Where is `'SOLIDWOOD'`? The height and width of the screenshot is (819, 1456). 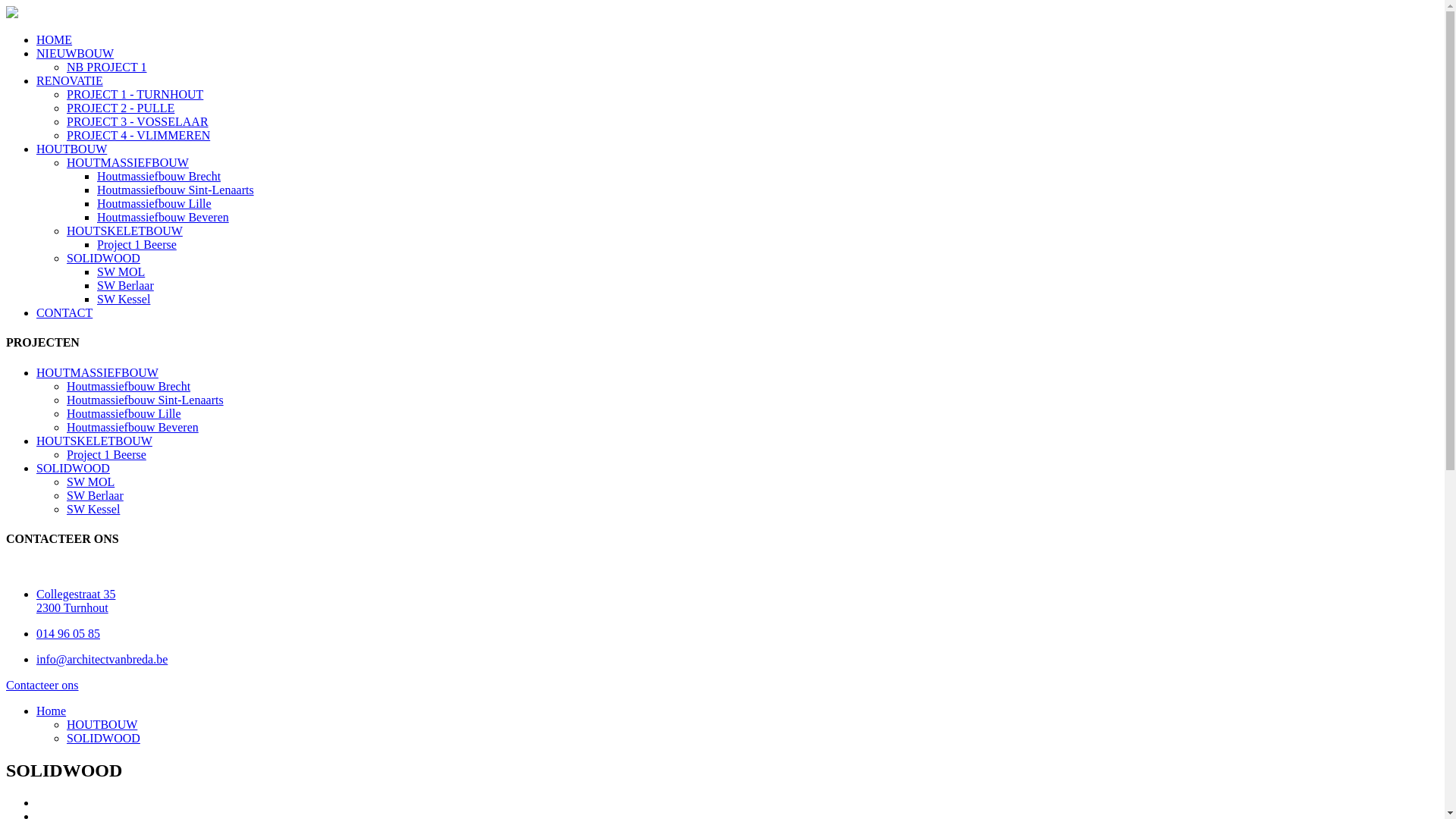 'SOLIDWOOD' is located at coordinates (65, 737).